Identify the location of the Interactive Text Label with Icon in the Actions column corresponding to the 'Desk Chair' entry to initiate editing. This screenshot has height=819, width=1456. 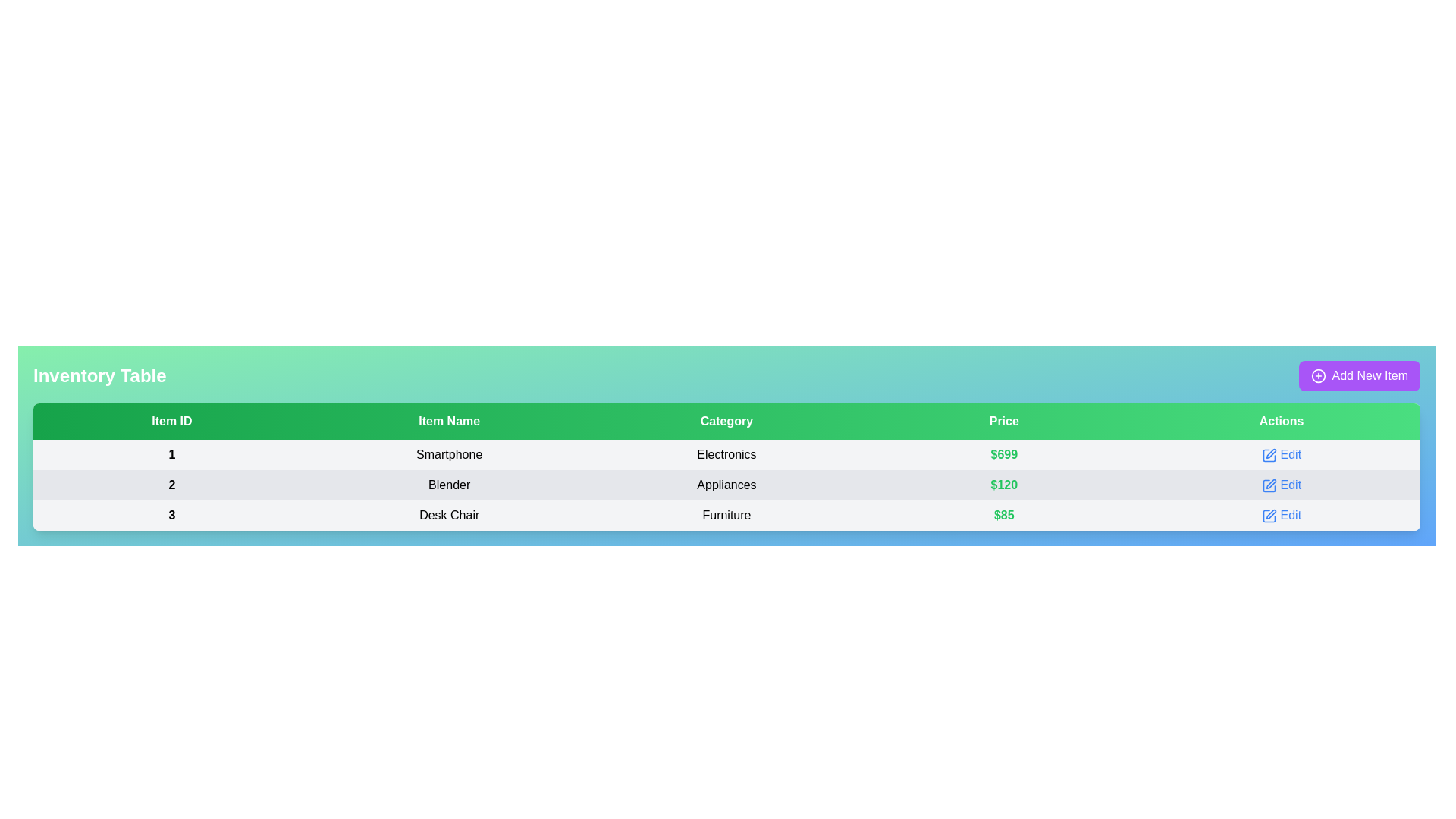
(1280, 514).